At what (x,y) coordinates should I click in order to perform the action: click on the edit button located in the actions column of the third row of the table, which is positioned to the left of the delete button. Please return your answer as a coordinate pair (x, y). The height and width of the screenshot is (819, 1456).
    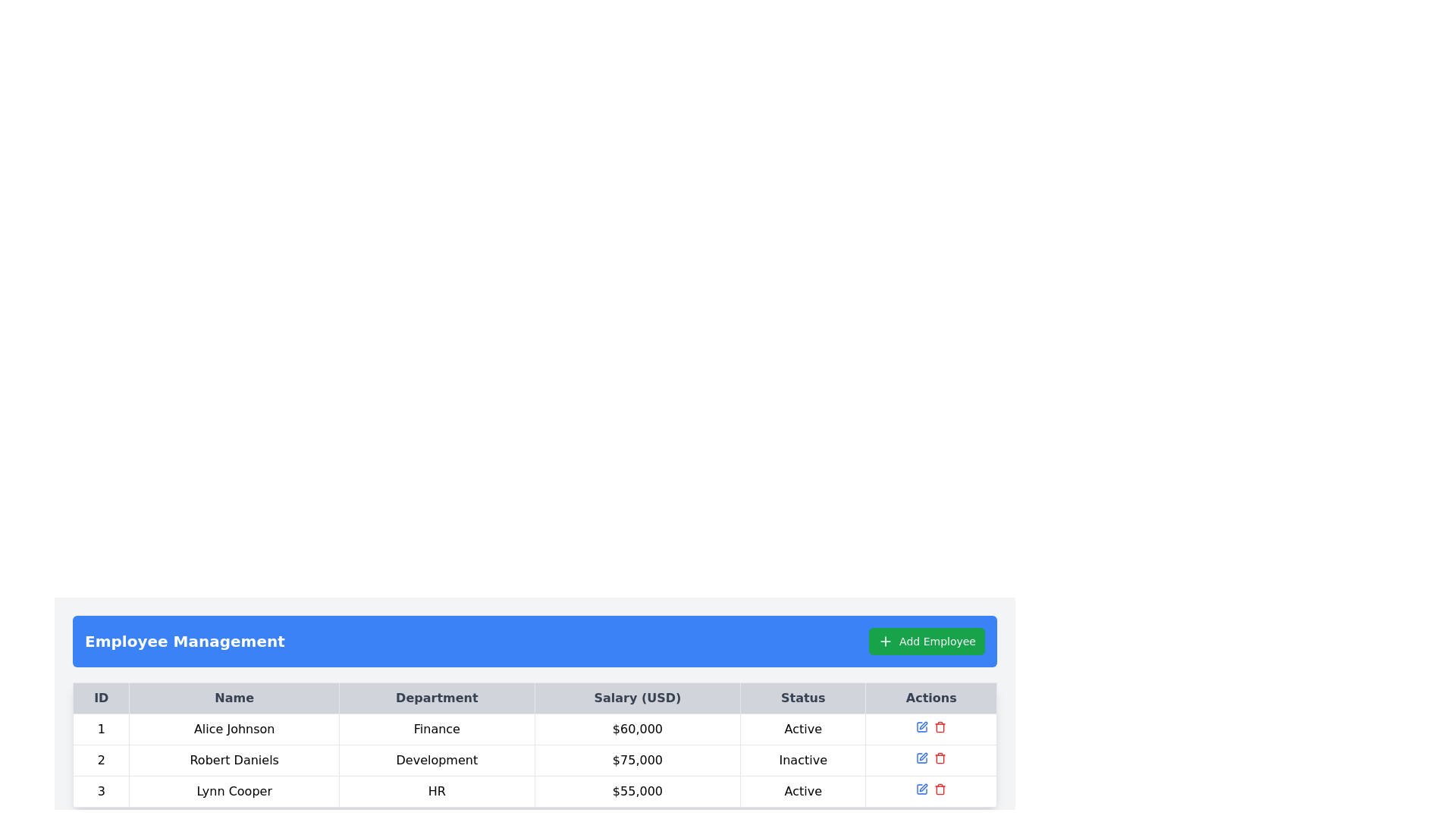
    Looking at the image, I should click on (923, 757).